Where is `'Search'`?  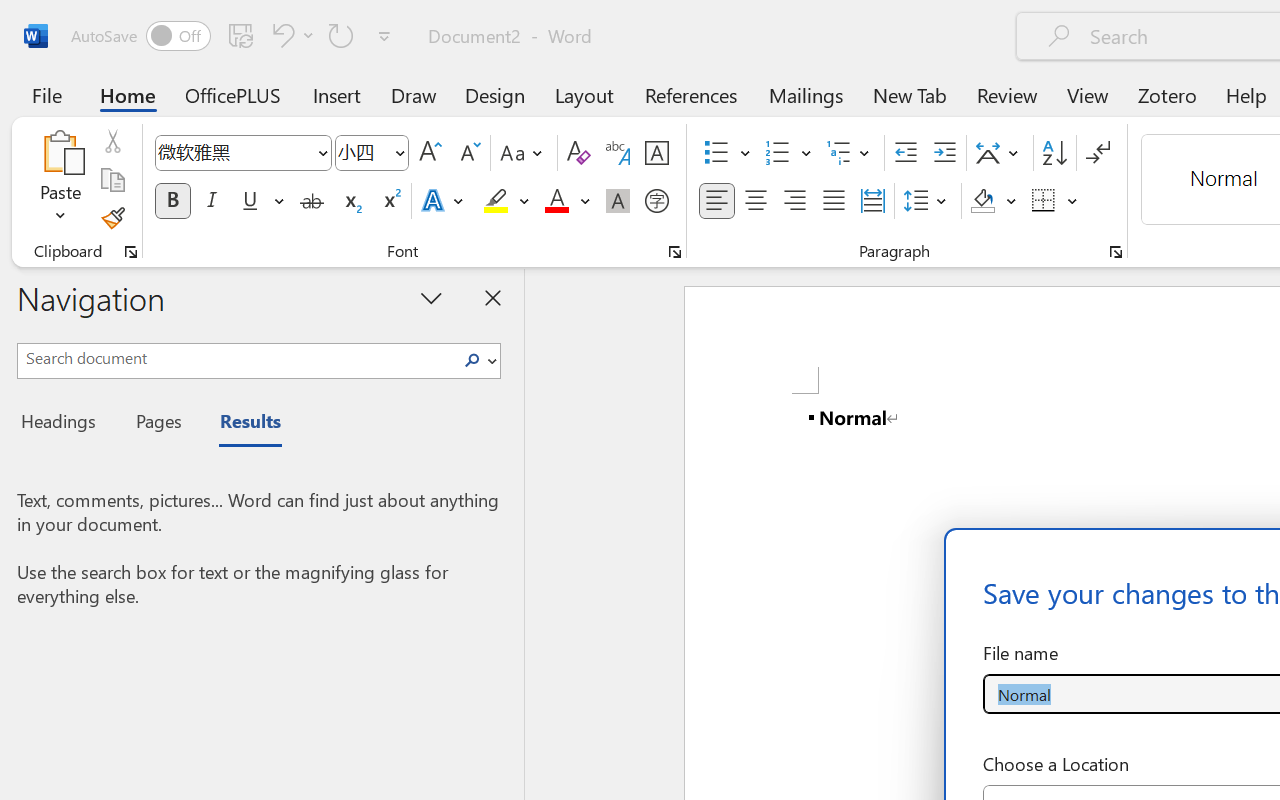
'Search' is located at coordinates (471, 360).